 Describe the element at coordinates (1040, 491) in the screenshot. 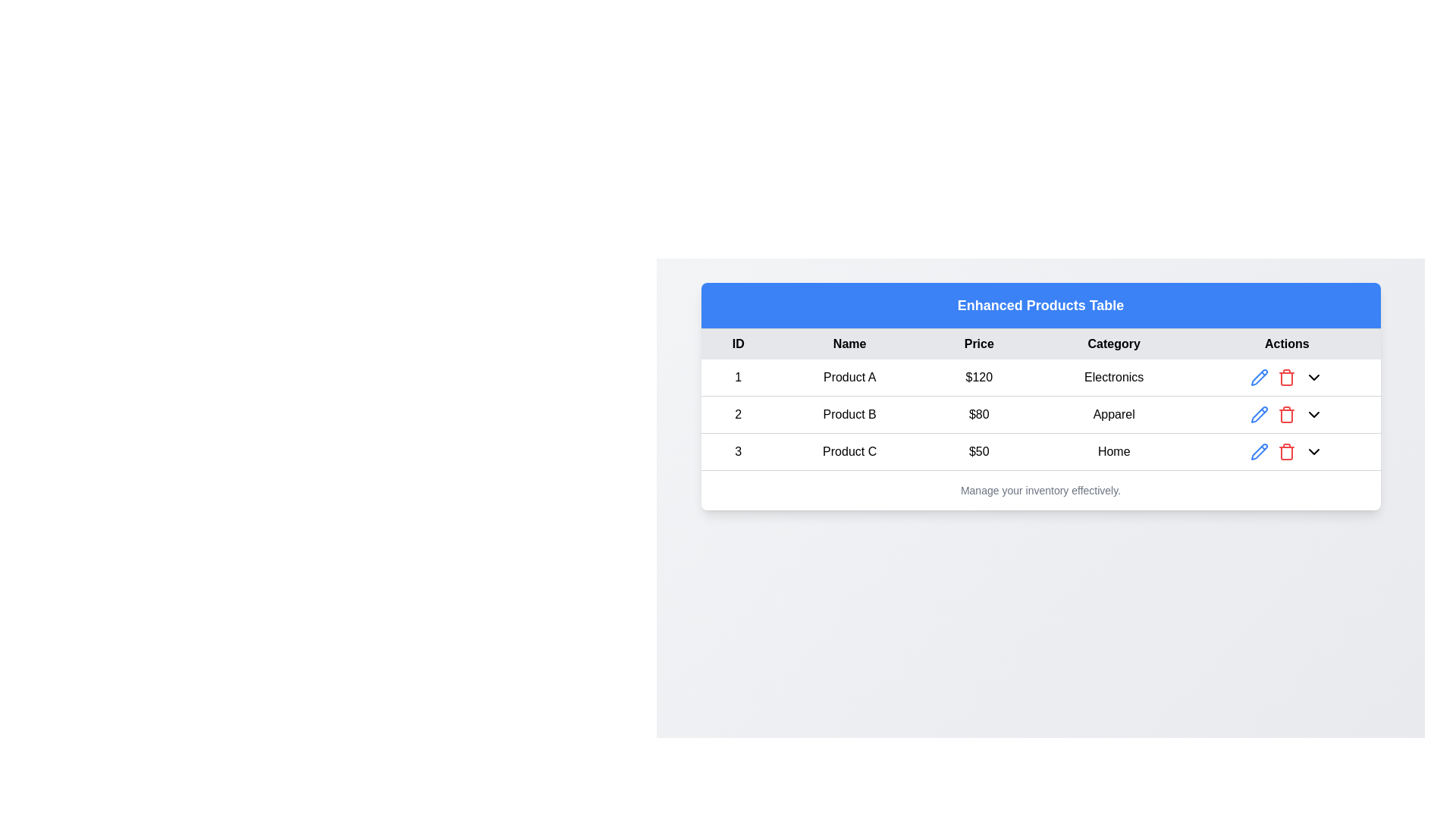

I see `the informational text label that emphasizes the purpose of managing inventory effectively, located directly below the product information table` at that location.